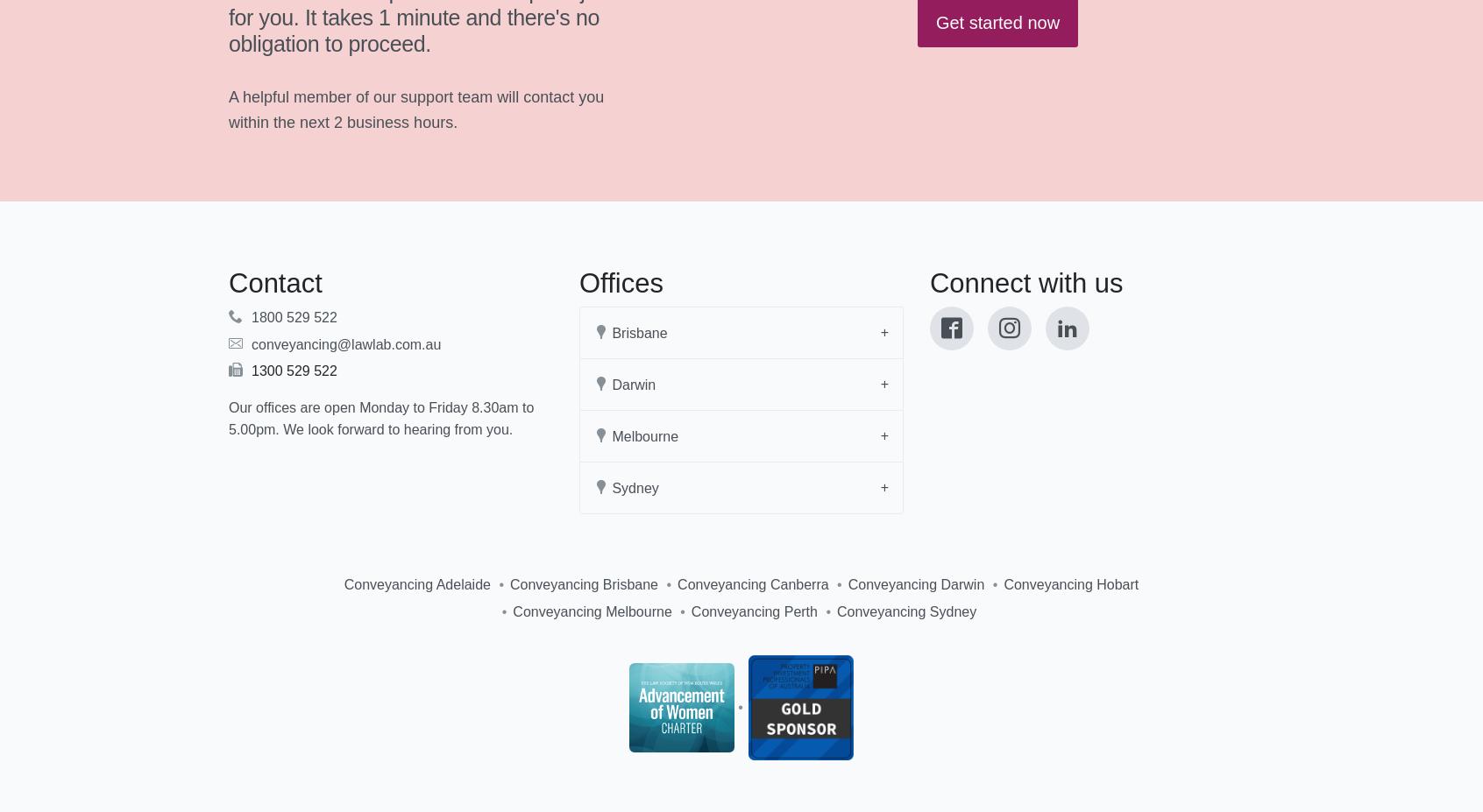 This screenshot has width=1483, height=812. Describe the element at coordinates (607, 436) in the screenshot. I see `'Melbourne'` at that location.